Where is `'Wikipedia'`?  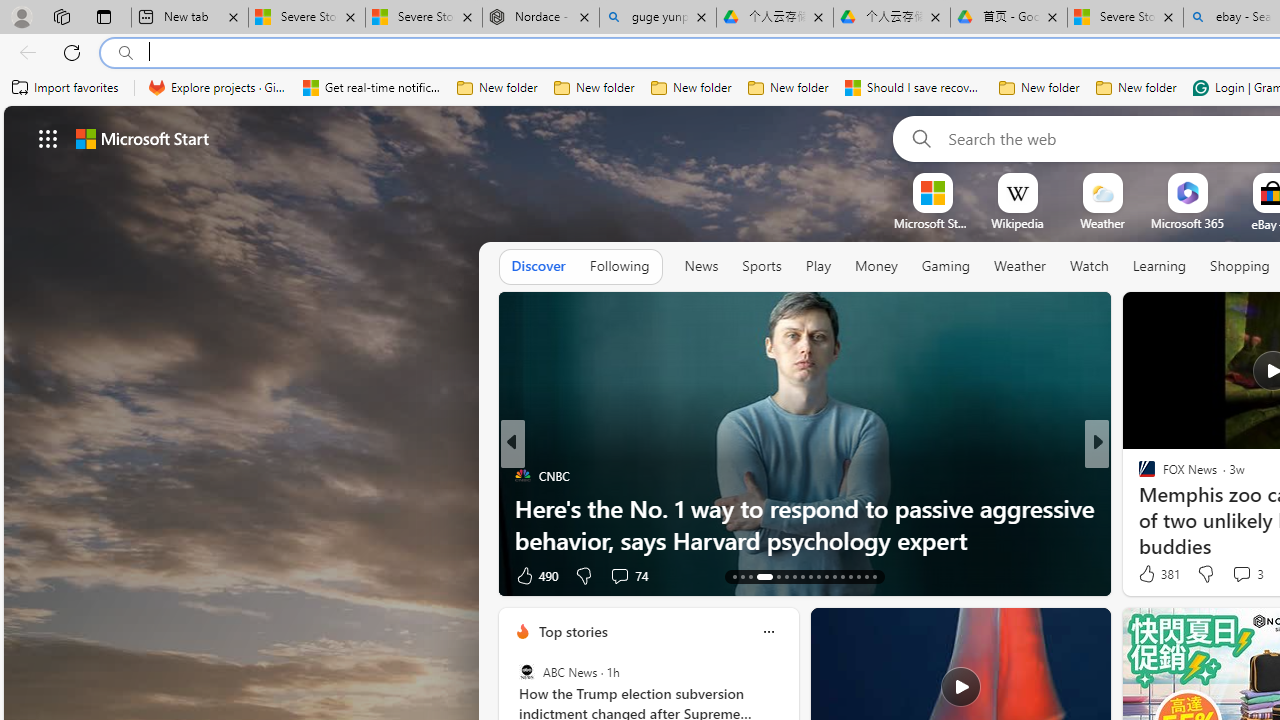
'Wikipedia' is located at coordinates (1017, 223).